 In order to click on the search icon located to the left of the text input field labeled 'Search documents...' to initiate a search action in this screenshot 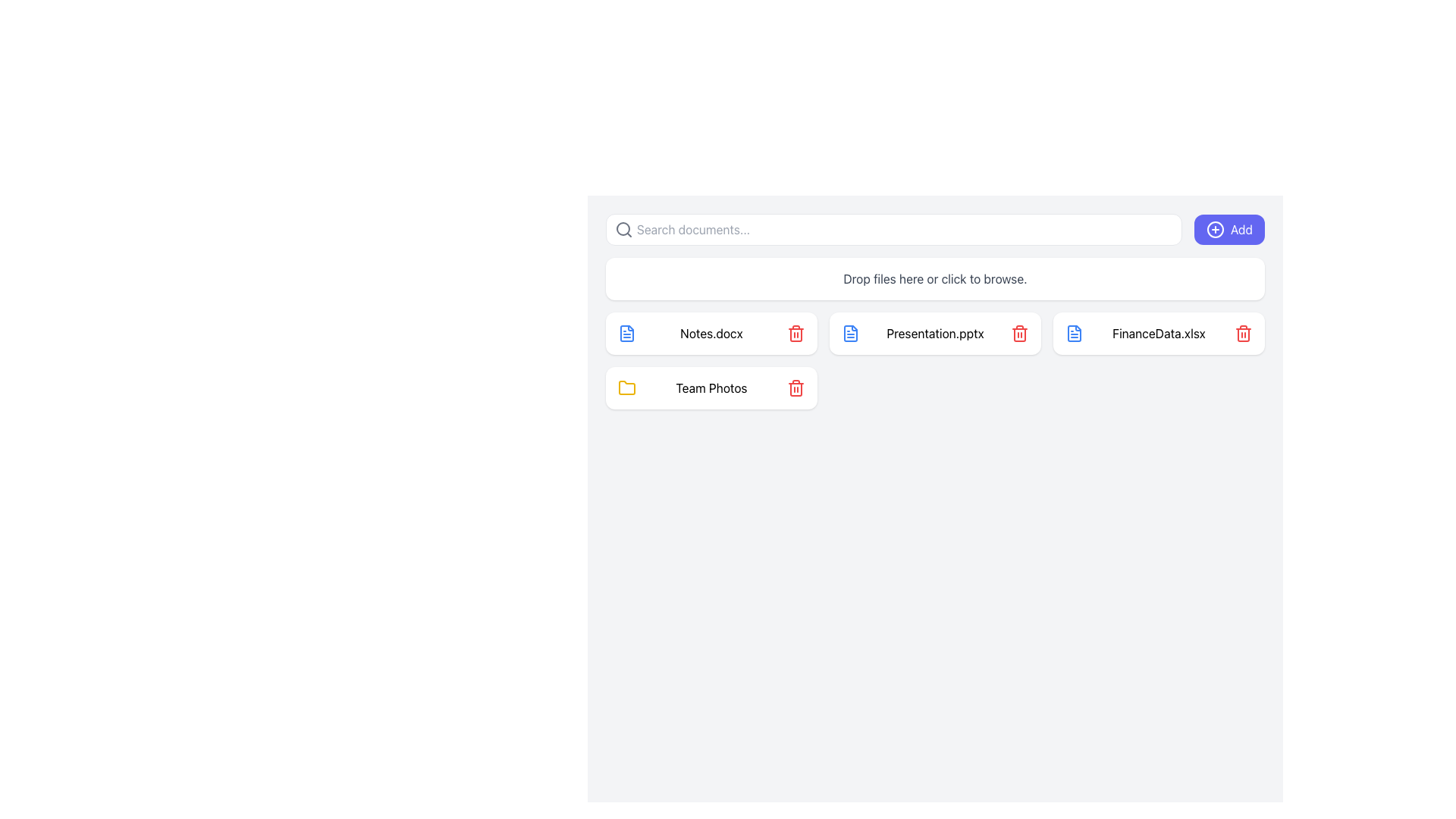, I will do `click(623, 230)`.